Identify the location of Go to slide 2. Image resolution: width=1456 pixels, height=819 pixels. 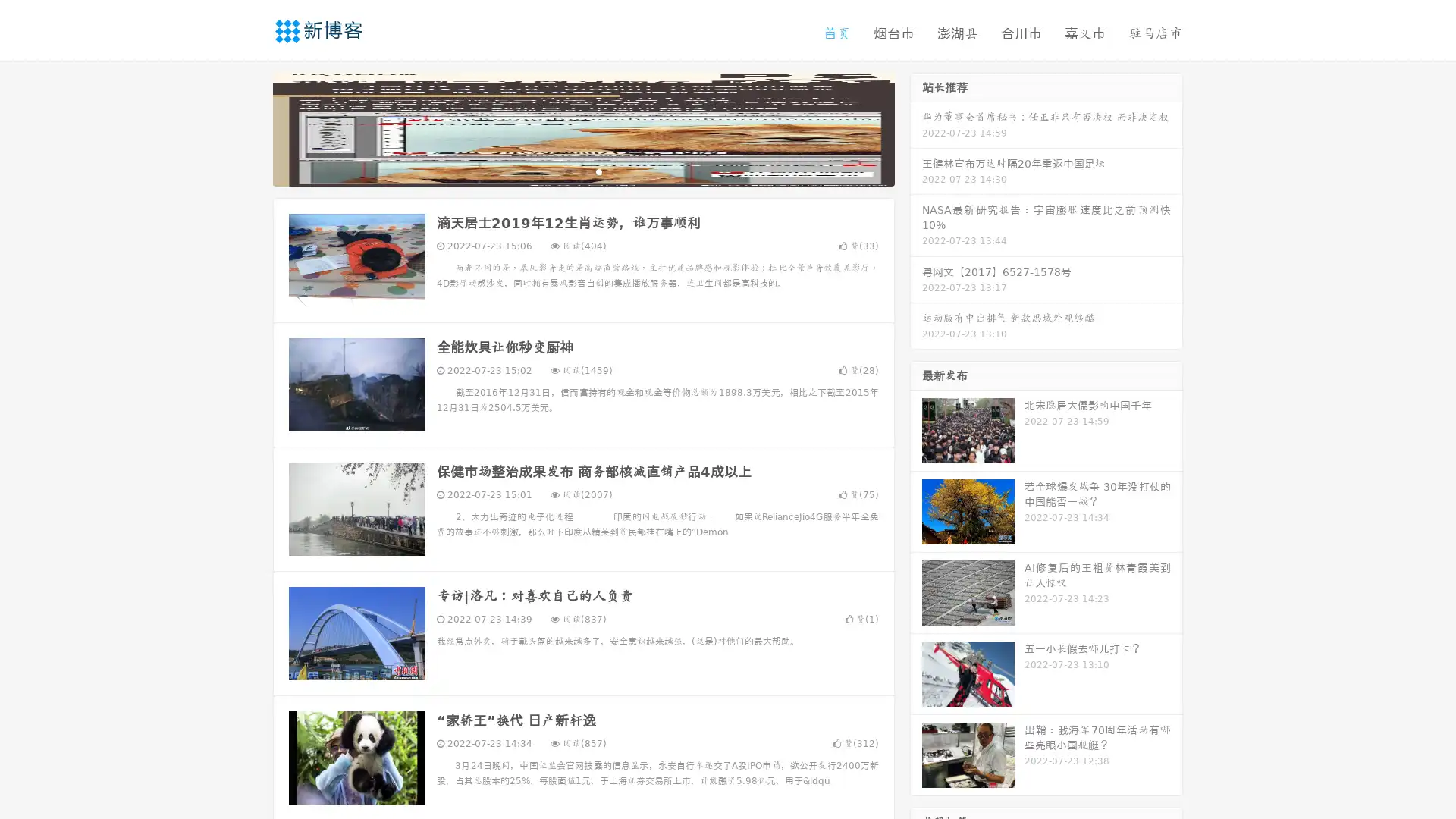
(582, 171).